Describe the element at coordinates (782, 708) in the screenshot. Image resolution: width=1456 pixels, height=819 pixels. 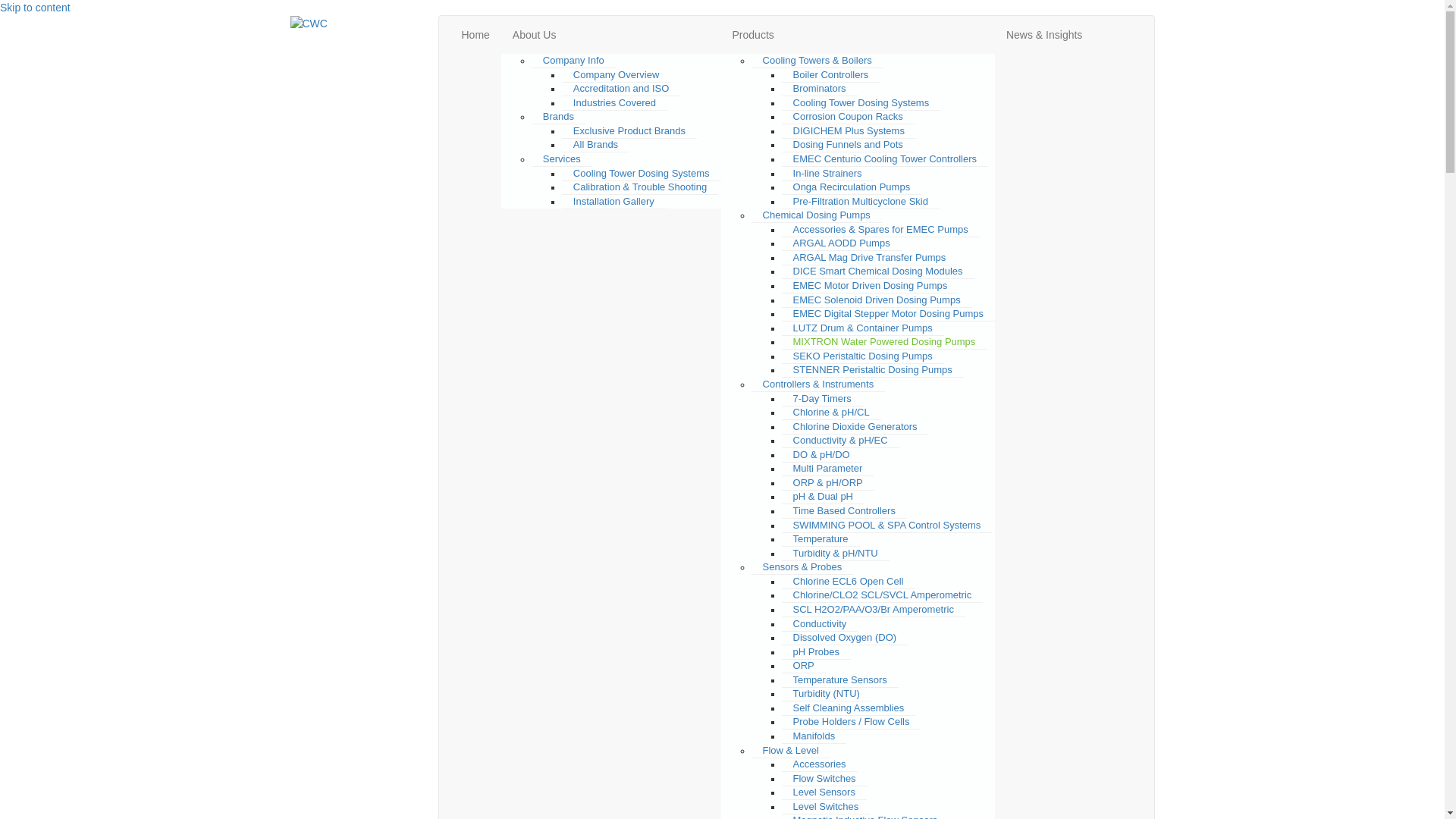
I see `'Self Cleaning Assemblies'` at that location.